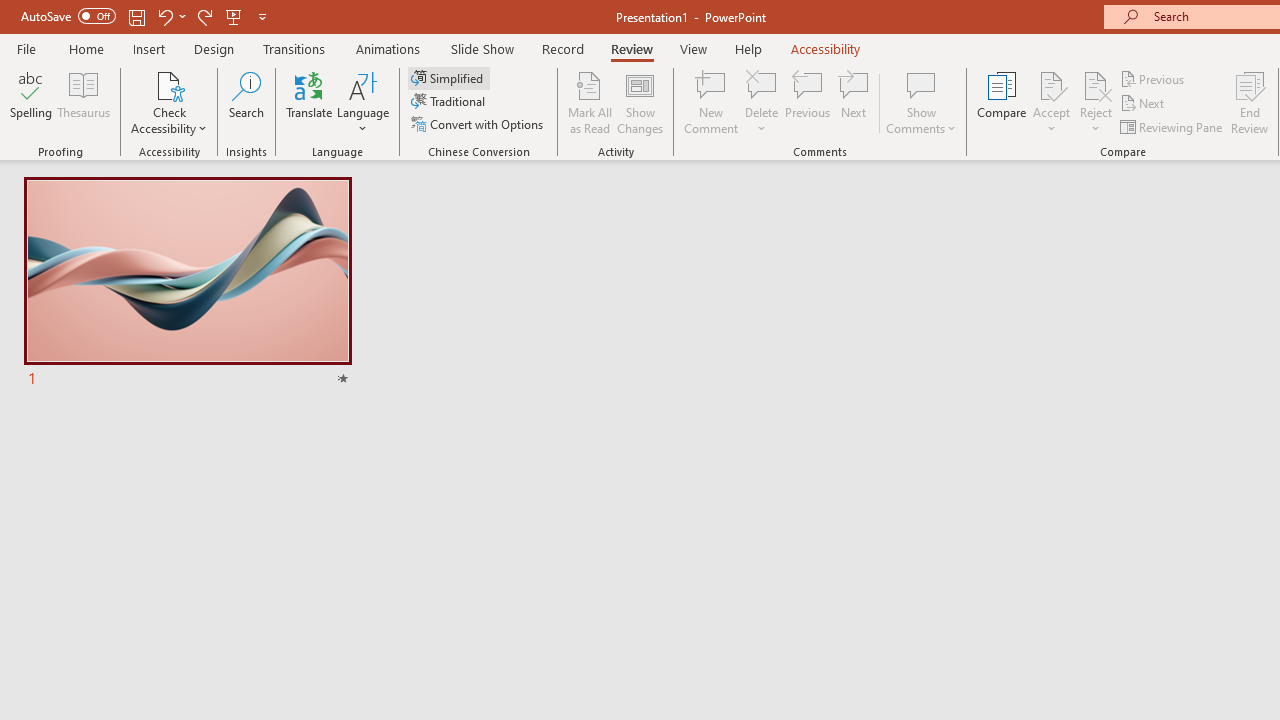  I want to click on 'Review', so click(630, 48).